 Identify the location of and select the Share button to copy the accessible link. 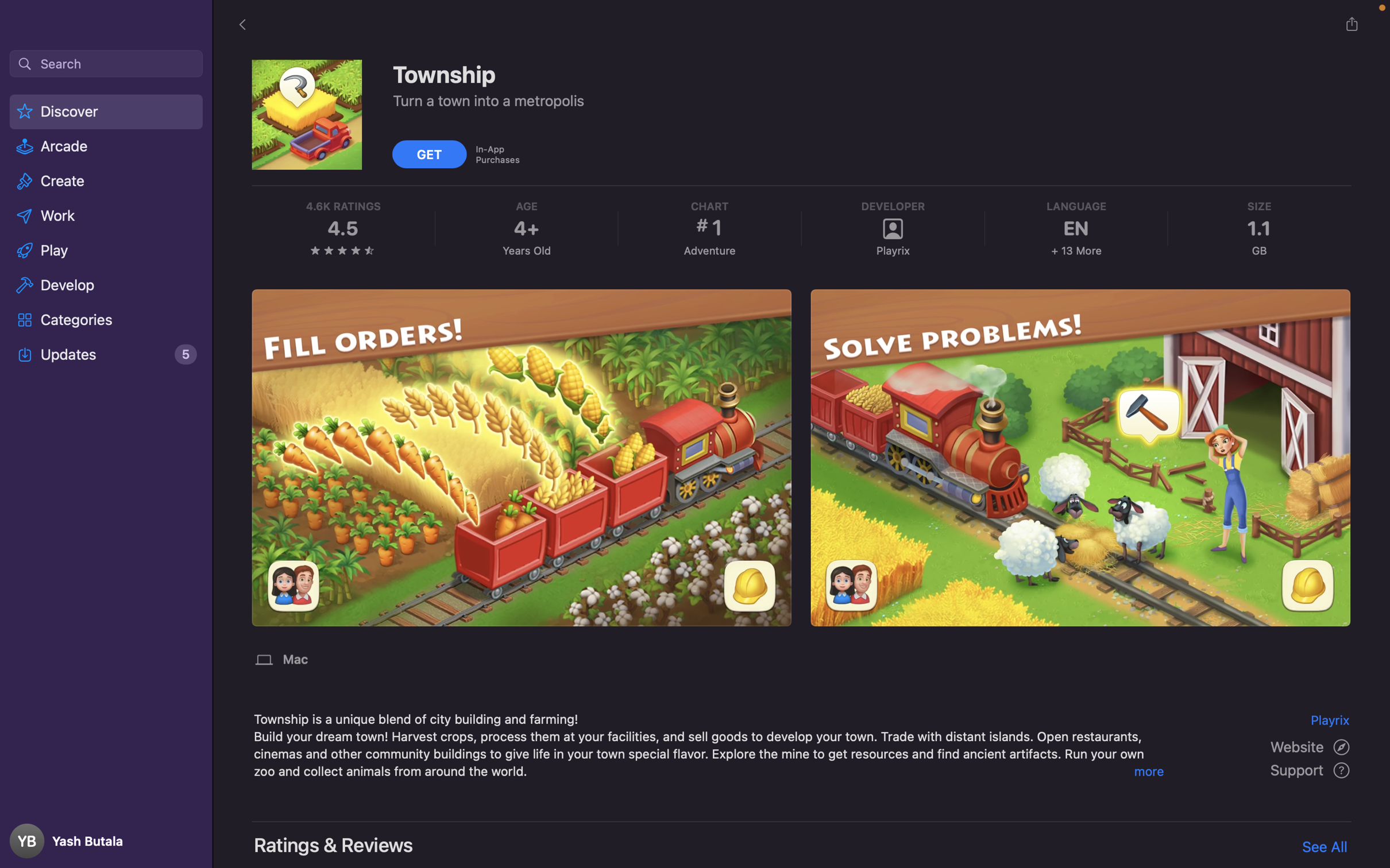
(1351, 24).